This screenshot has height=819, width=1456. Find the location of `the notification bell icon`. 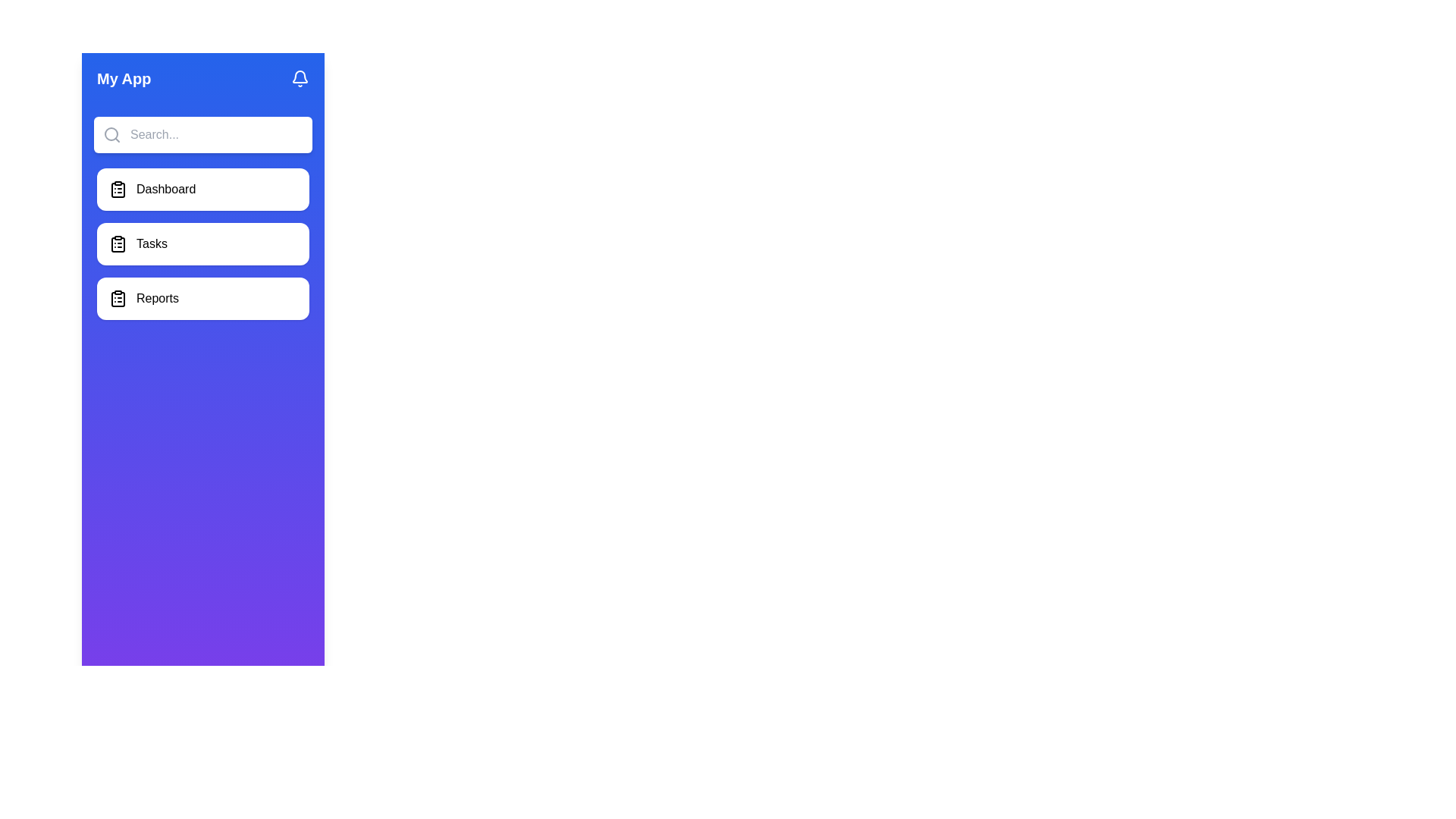

the notification bell icon is located at coordinates (300, 79).